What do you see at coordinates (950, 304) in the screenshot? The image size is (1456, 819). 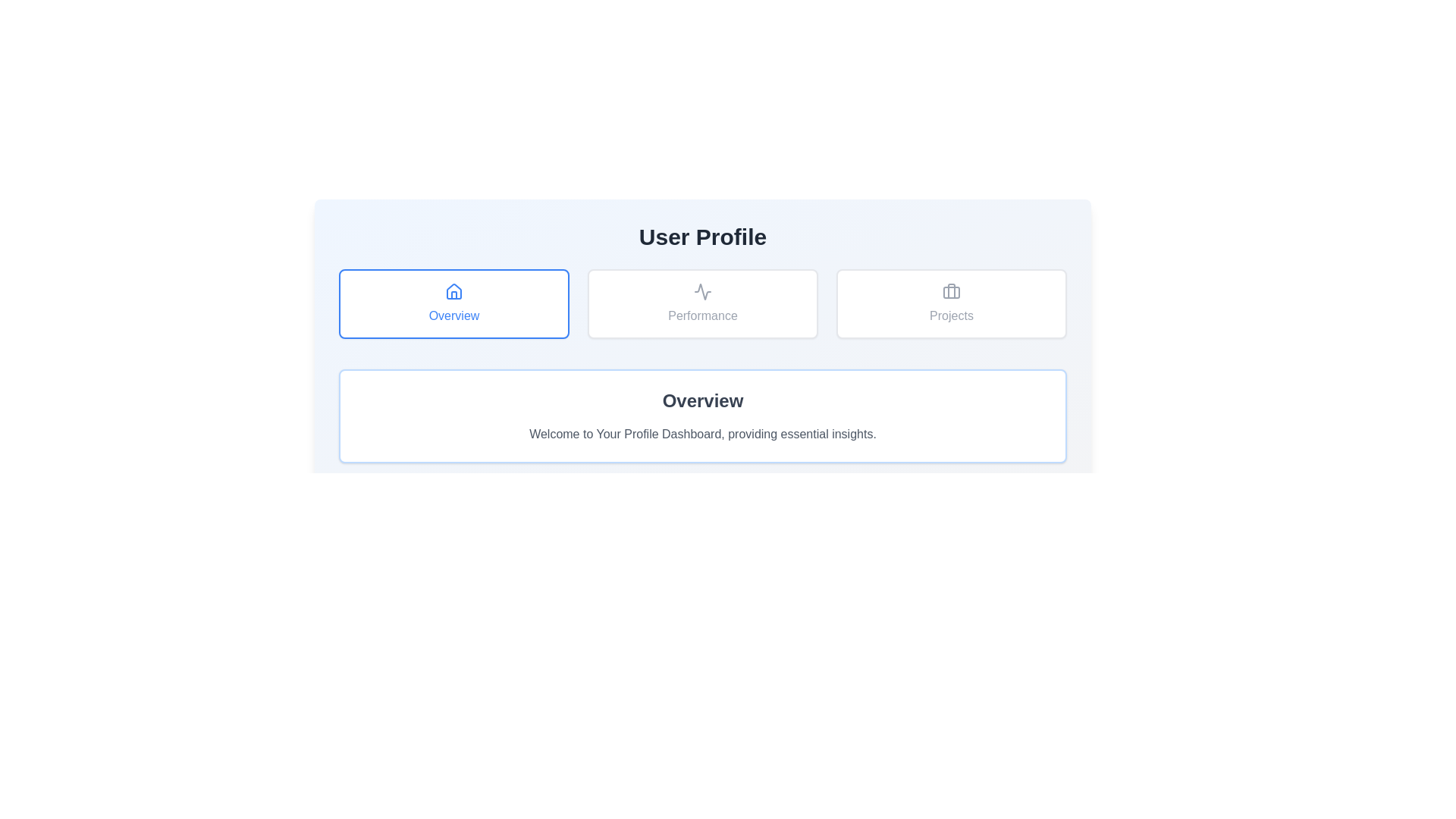 I see `the tab labeled Projects to view its content` at bounding box center [950, 304].